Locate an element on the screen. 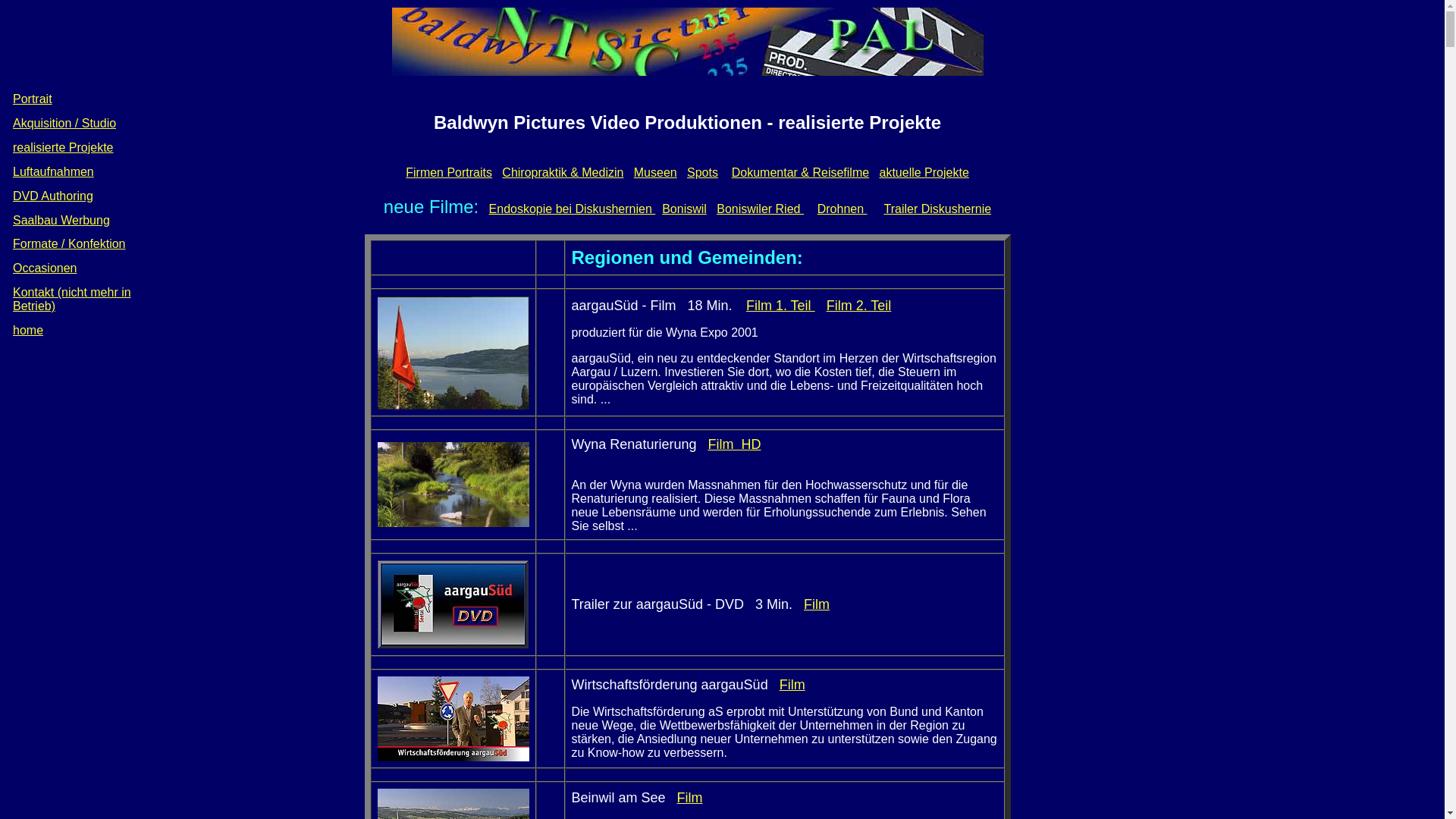  'Endoskopie bei Diskushernien ' is located at coordinates (571, 209).